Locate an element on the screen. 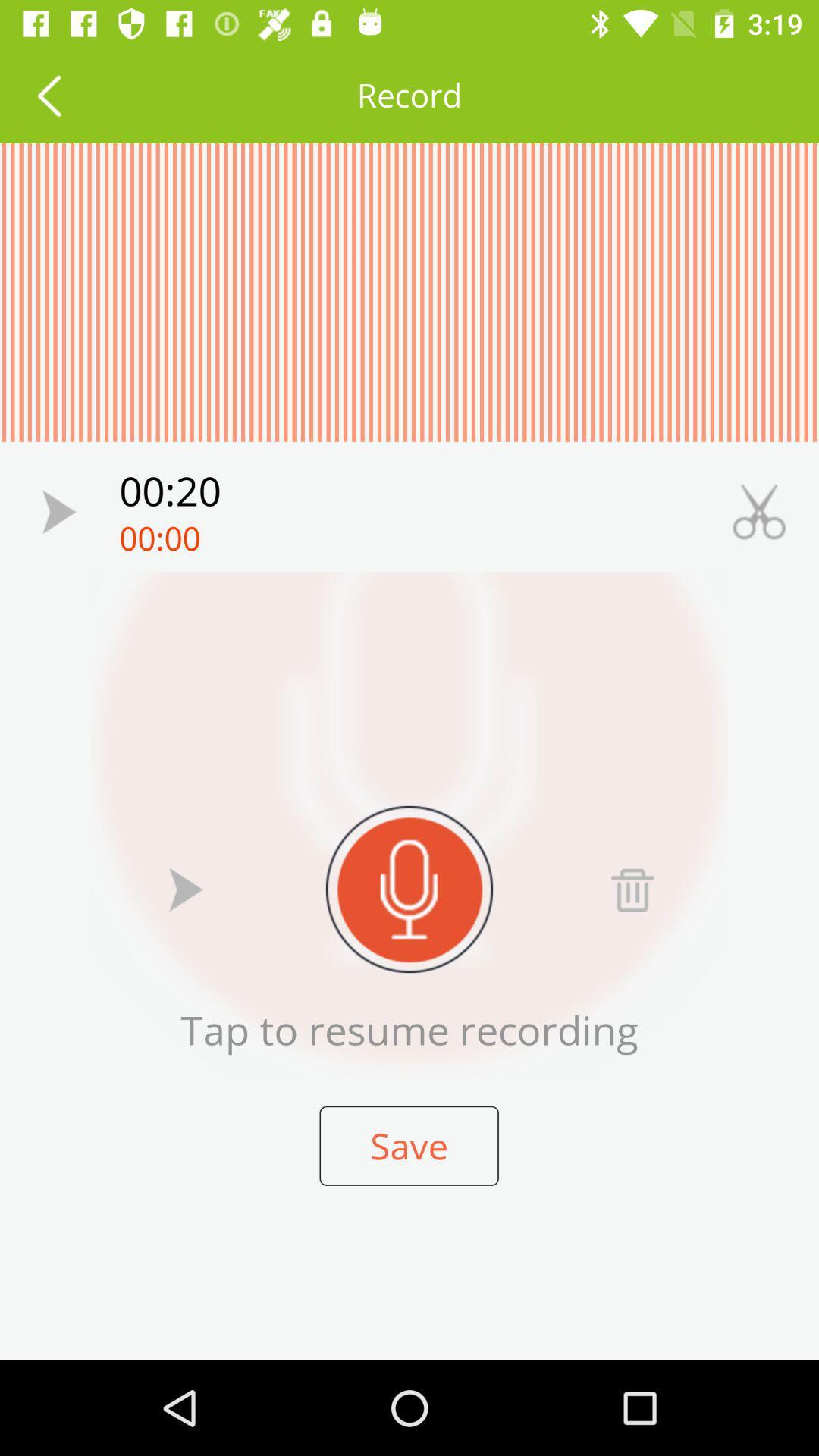  speak now is located at coordinates (409, 889).